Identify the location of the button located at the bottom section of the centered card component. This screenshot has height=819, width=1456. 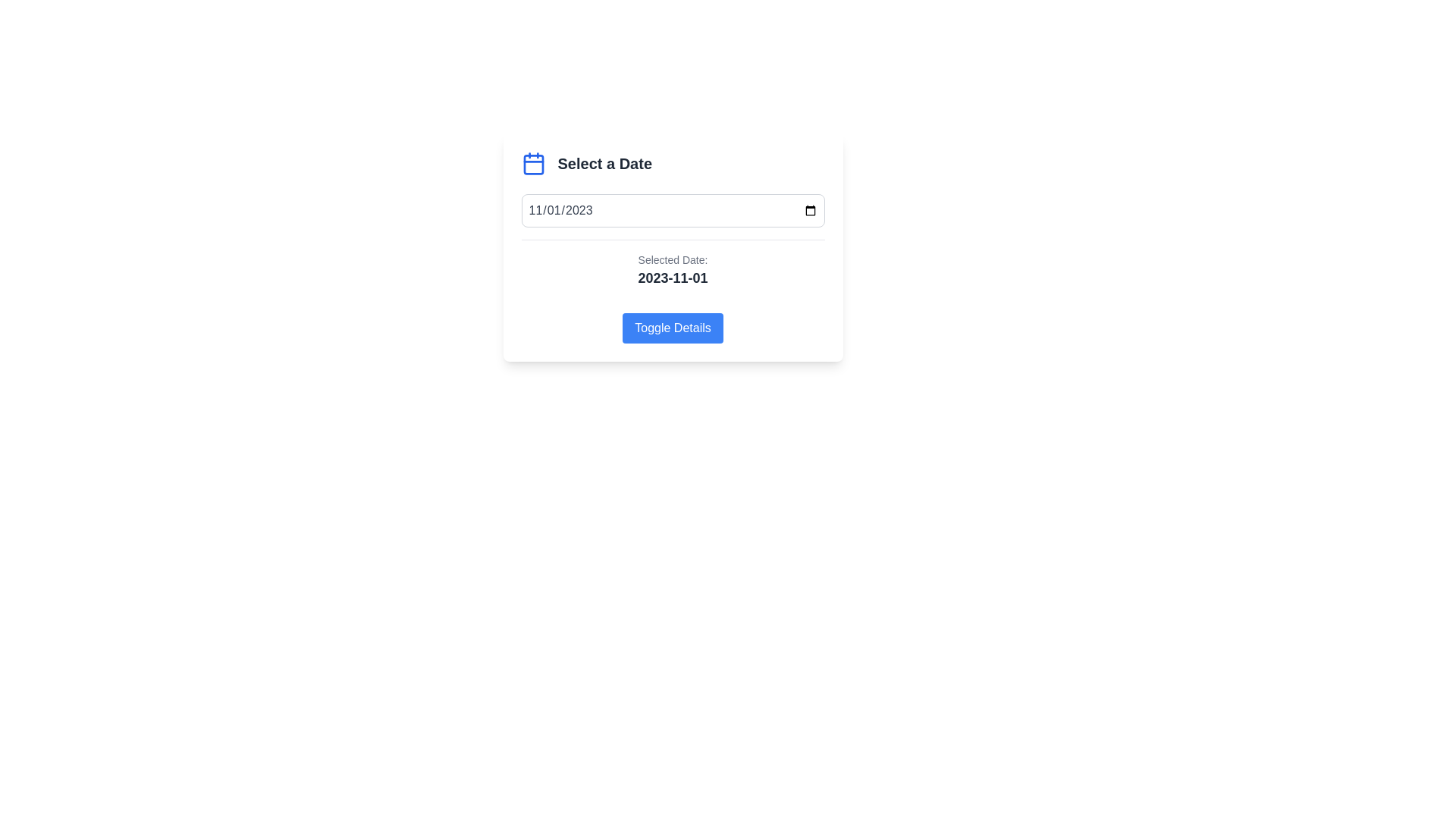
(672, 327).